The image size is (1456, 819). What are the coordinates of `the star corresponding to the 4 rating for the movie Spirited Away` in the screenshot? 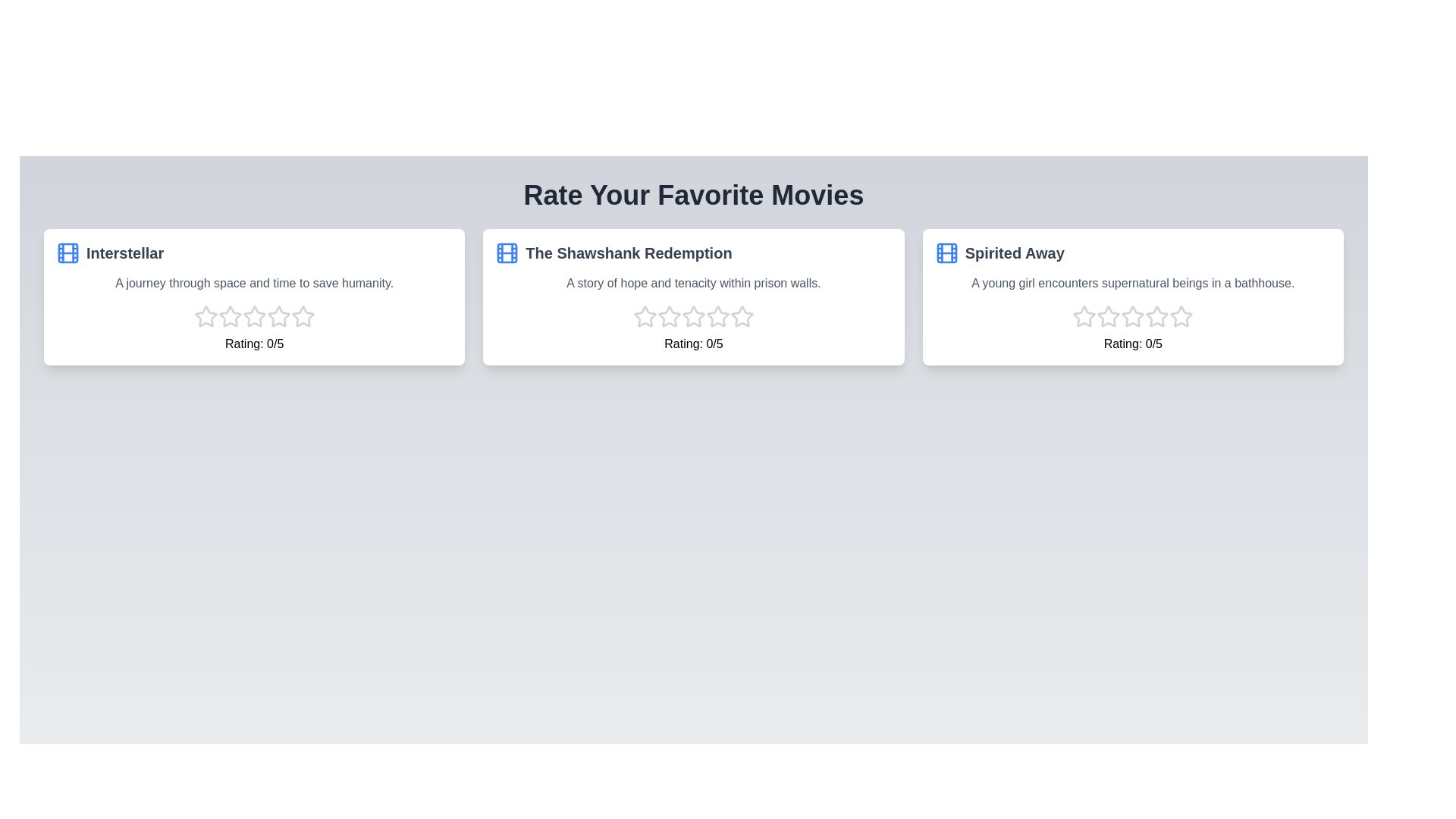 It's located at (1156, 315).